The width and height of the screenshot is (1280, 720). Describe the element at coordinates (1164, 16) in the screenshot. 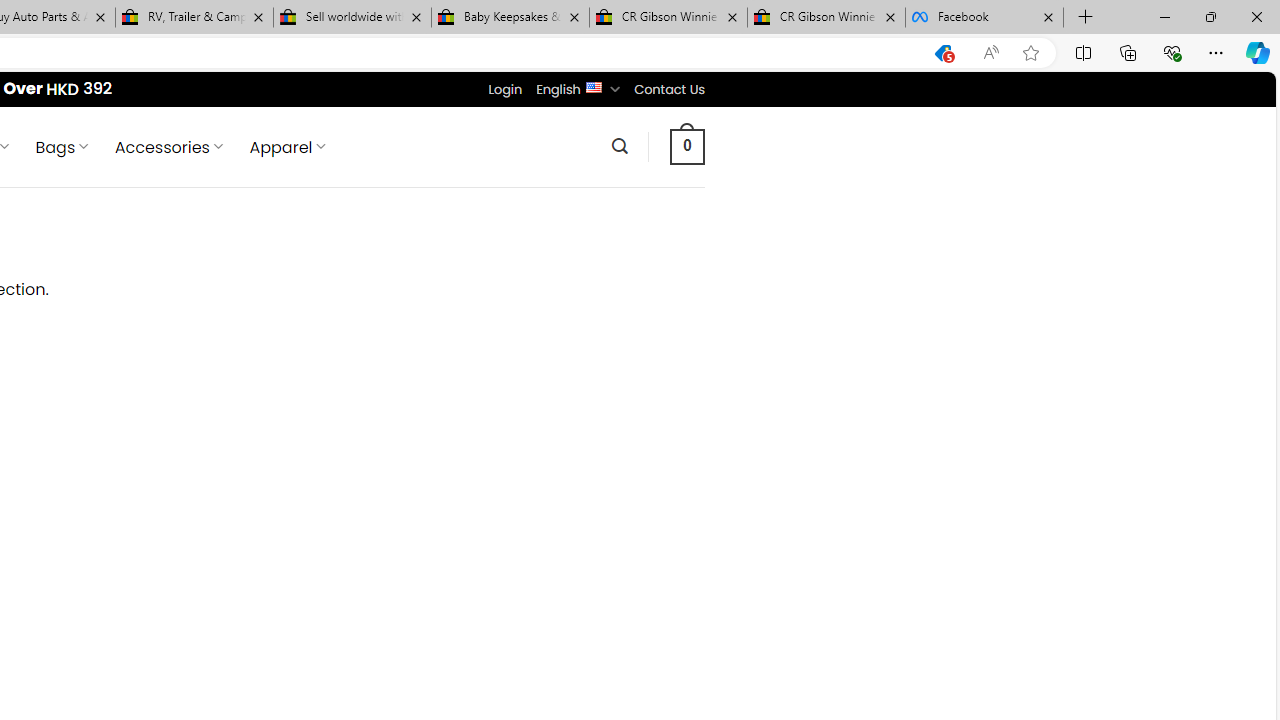

I see `'Minimize'` at that location.